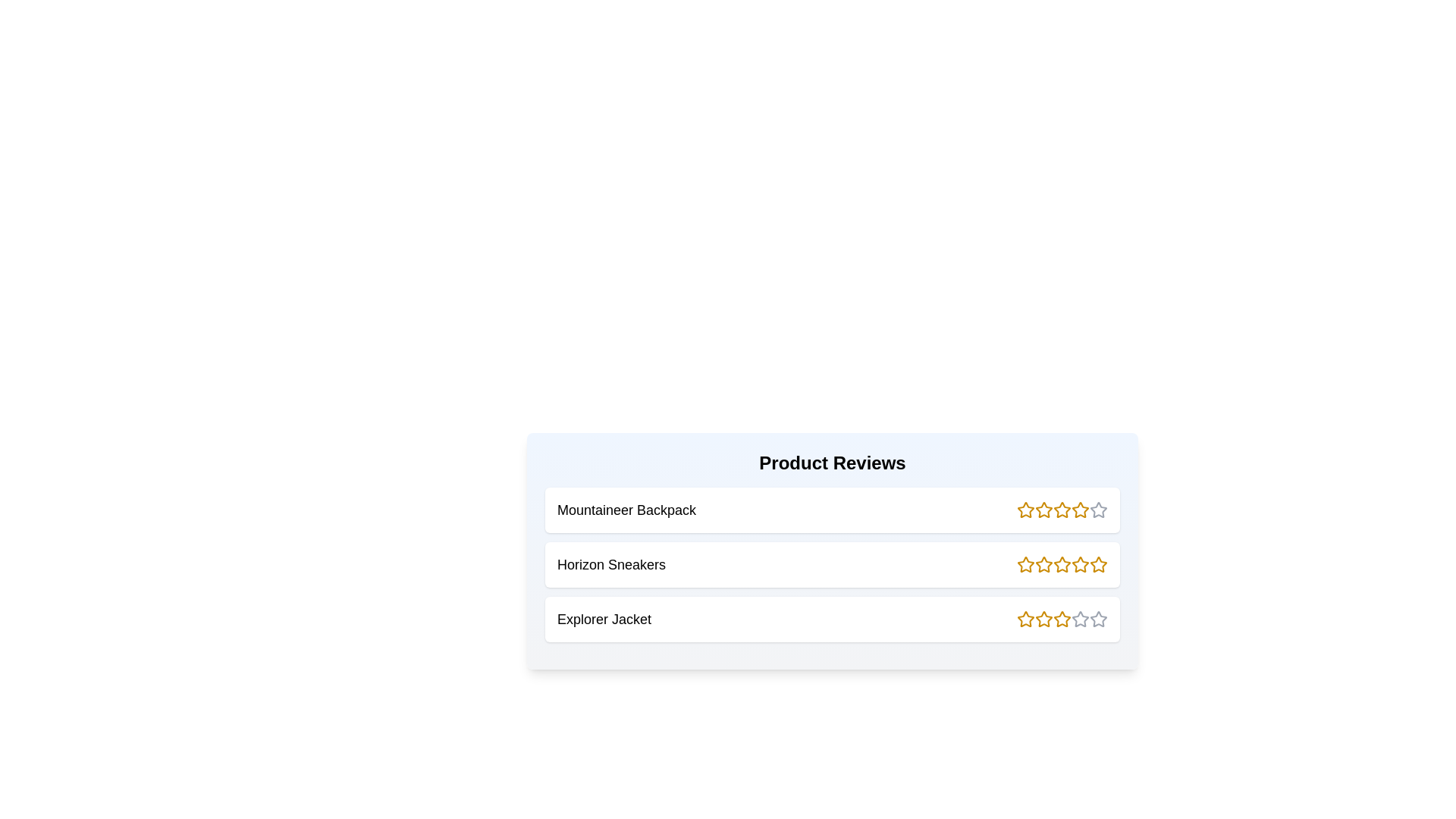  I want to click on the rating of a product to 3 stars by clicking the corresponding star icon for the product Horizon Sneakers, so click(1062, 564).